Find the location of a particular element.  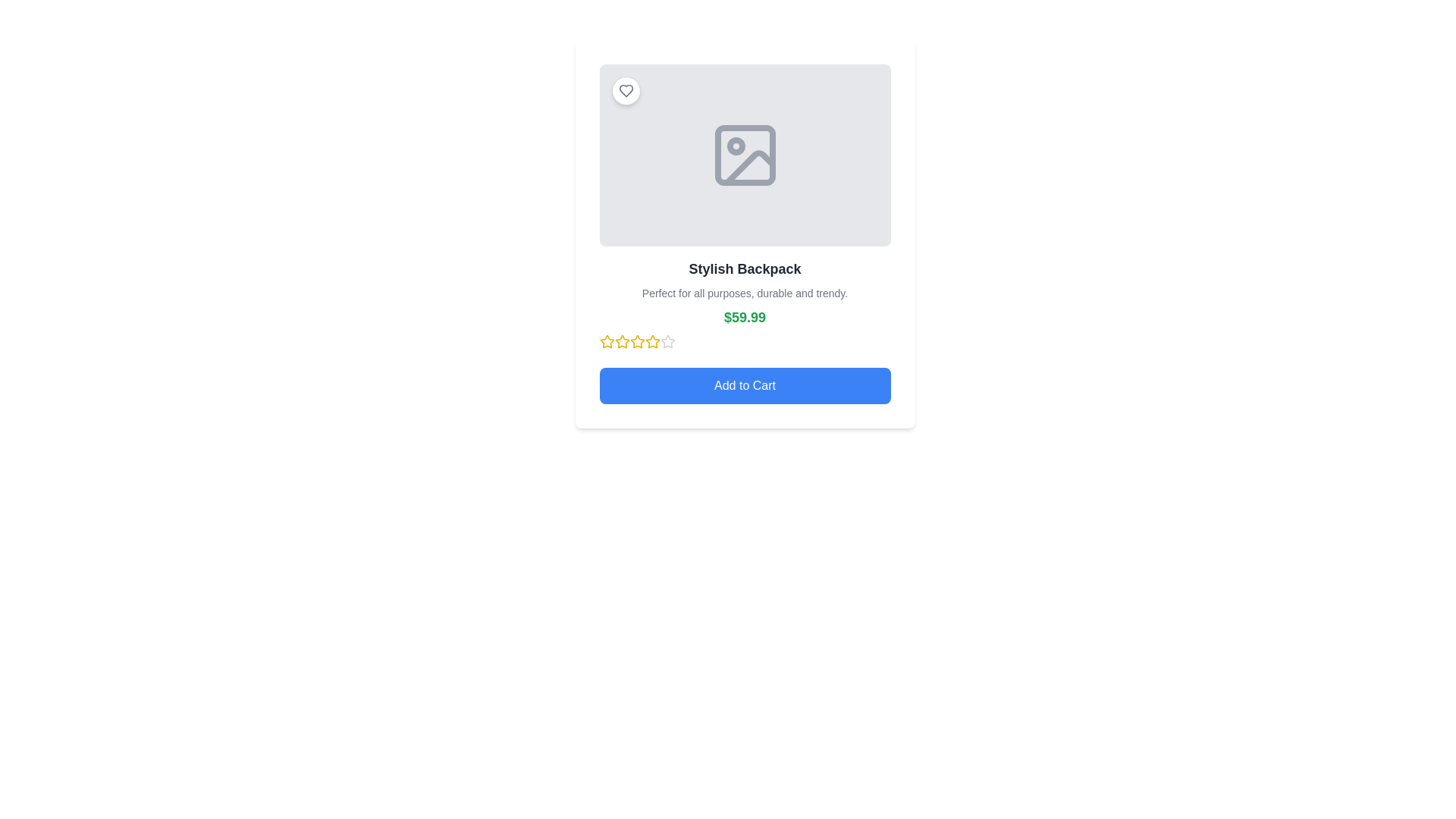

the fourth yellow rating star icon indicating a filled state, located below the product name 'Stylish Backpack' and price '$59.99' is located at coordinates (652, 342).